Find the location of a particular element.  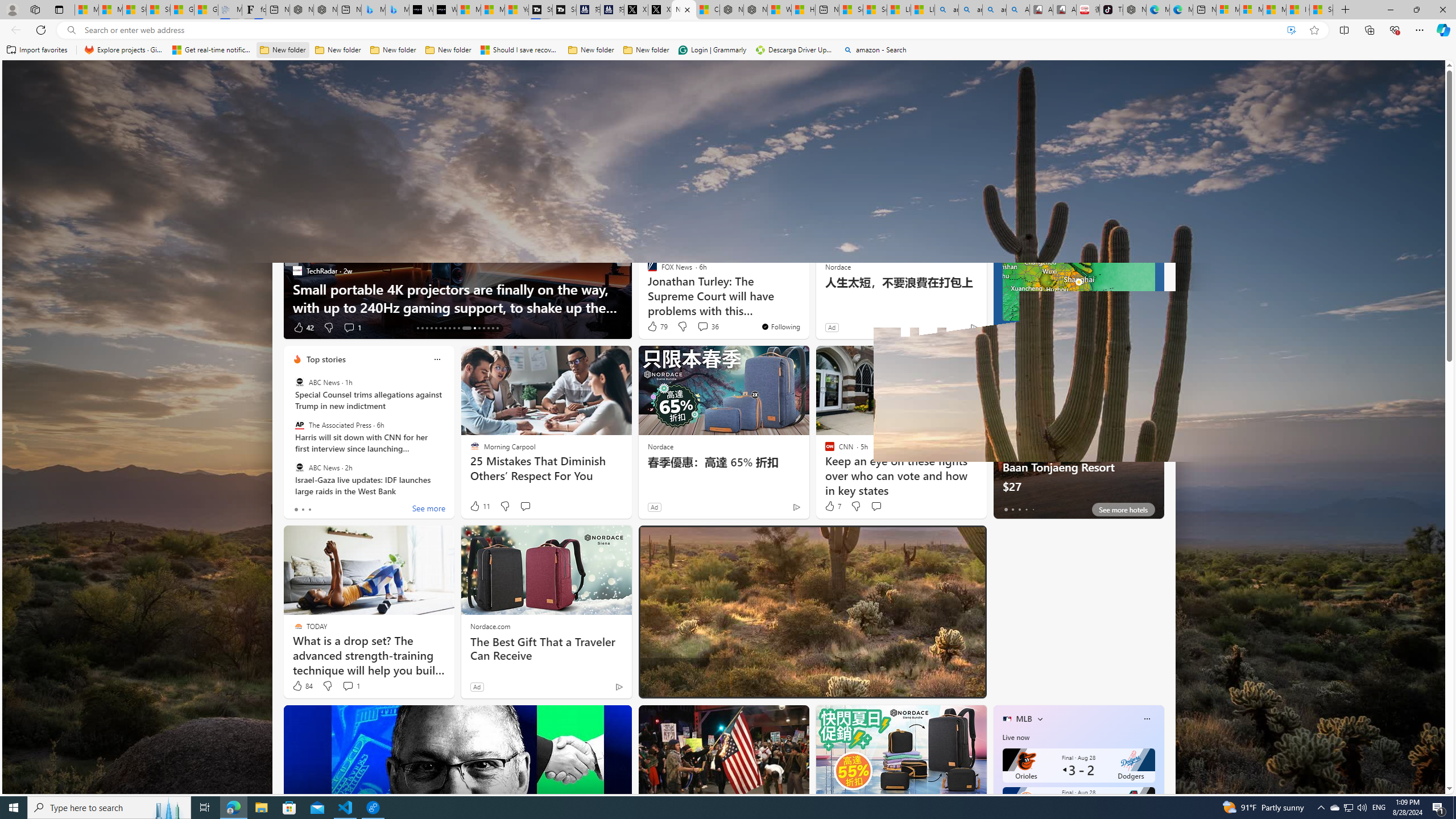

'AutomationID: tab-25' is located at coordinates (478, 328).